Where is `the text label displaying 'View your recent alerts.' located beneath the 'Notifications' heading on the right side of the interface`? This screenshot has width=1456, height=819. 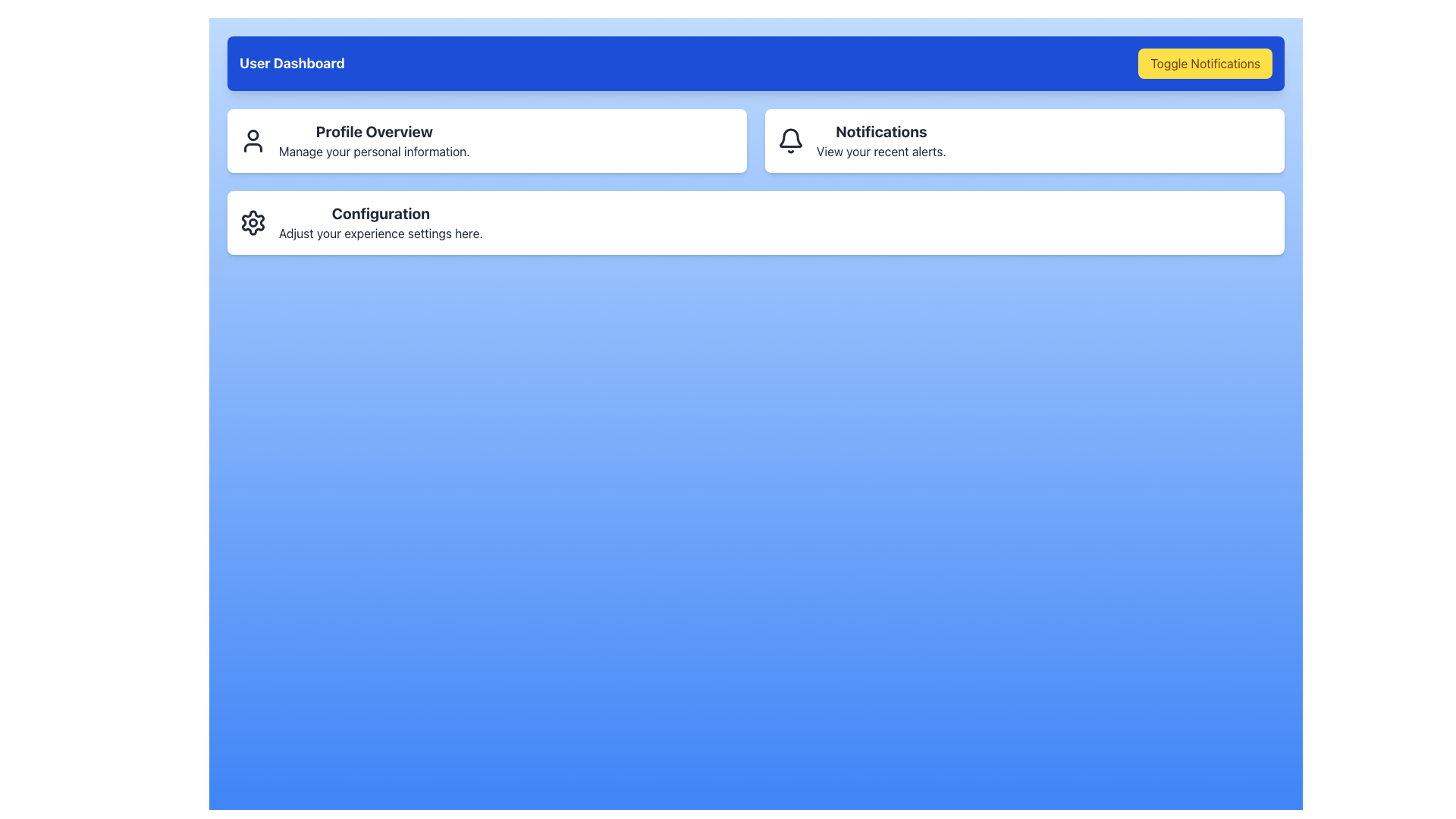 the text label displaying 'View your recent alerts.' located beneath the 'Notifications' heading on the right side of the interface is located at coordinates (881, 152).